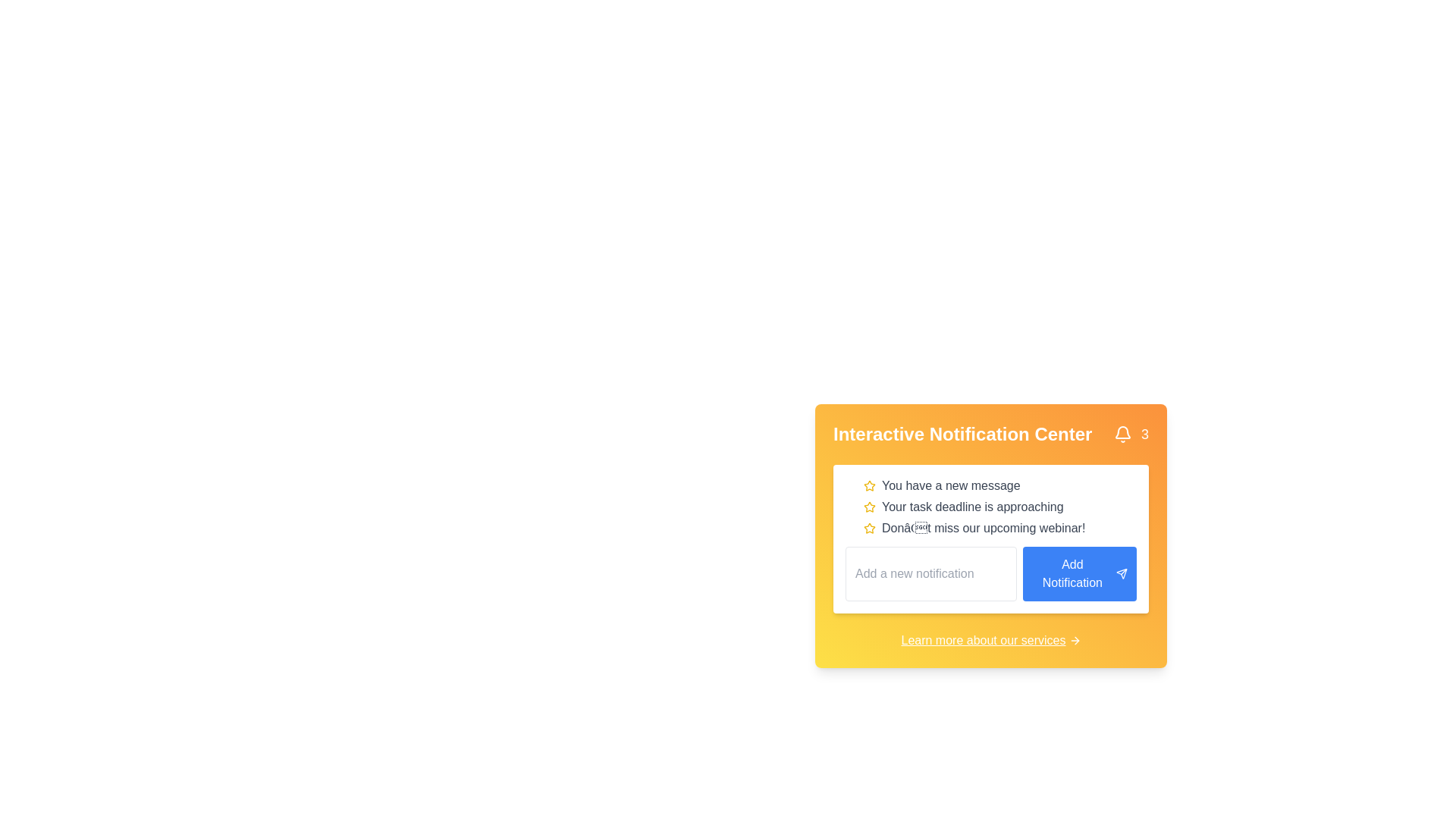 The image size is (1456, 819). I want to click on the star icon, so click(870, 528).